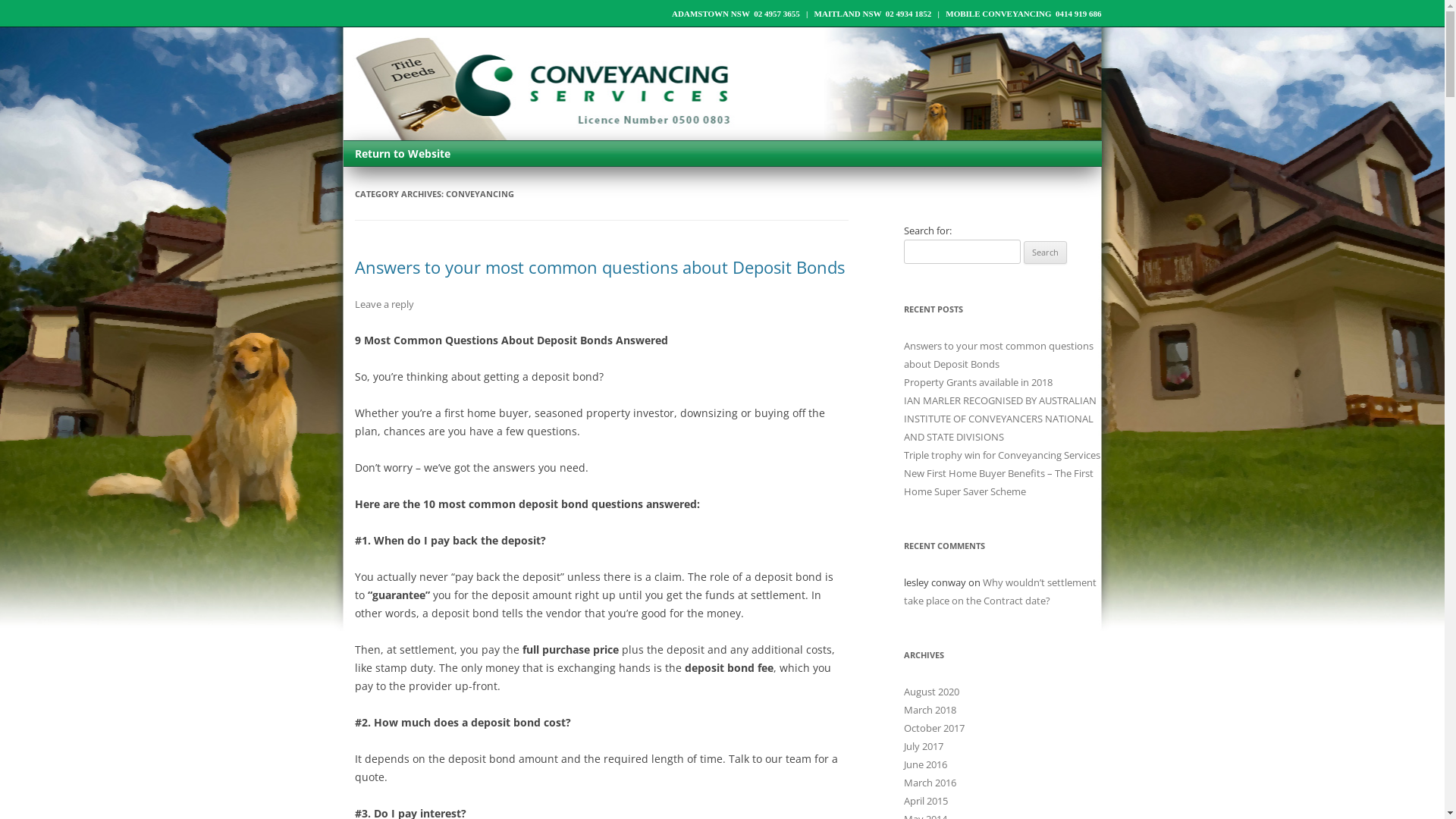 Image resolution: width=1456 pixels, height=819 pixels. I want to click on 'June 2016', so click(924, 764).